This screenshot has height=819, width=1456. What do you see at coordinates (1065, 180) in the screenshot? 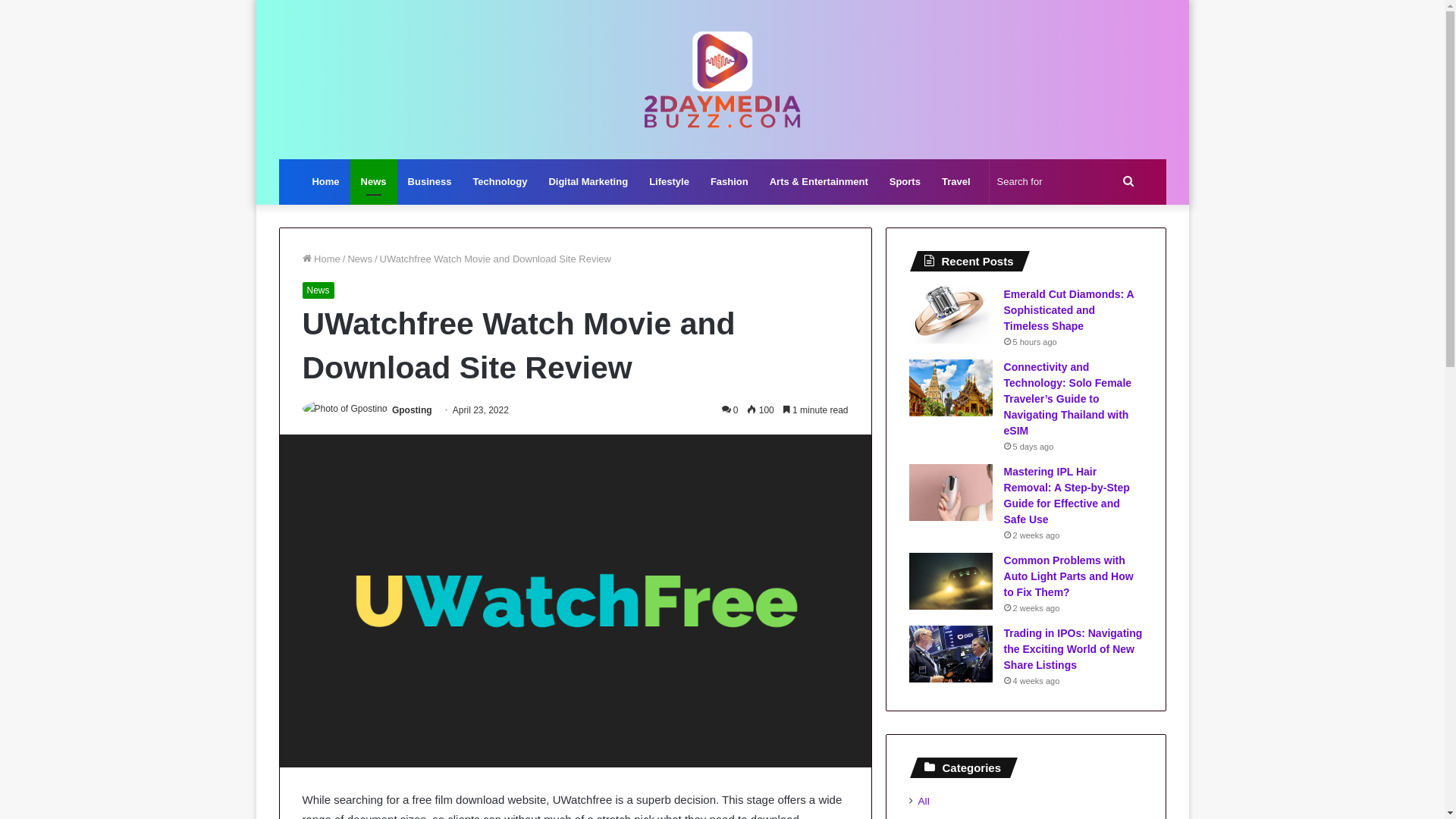
I see `'Search for'` at bounding box center [1065, 180].